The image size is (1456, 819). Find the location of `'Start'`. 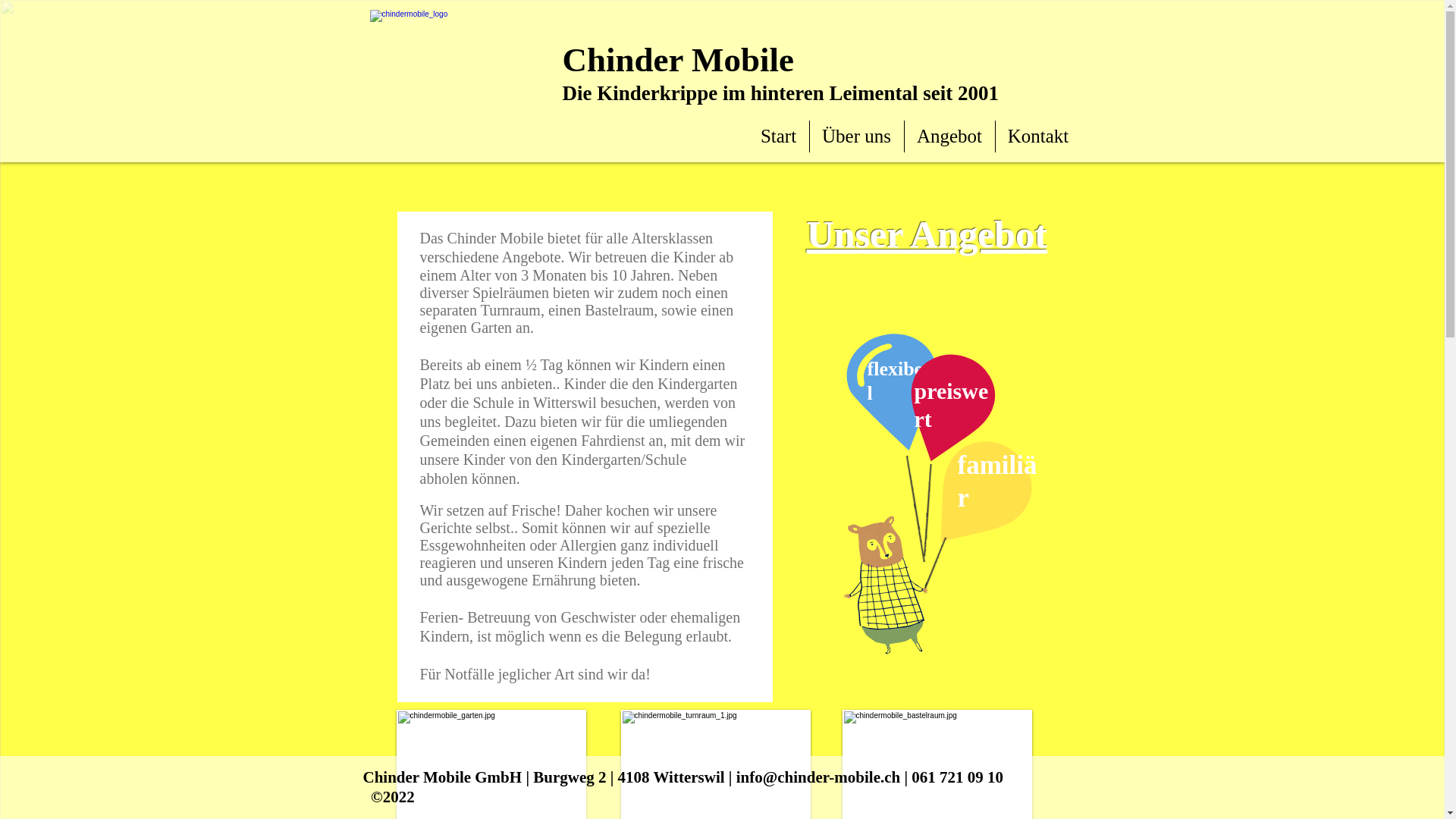

'Start' is located at coordinates (778, 136).